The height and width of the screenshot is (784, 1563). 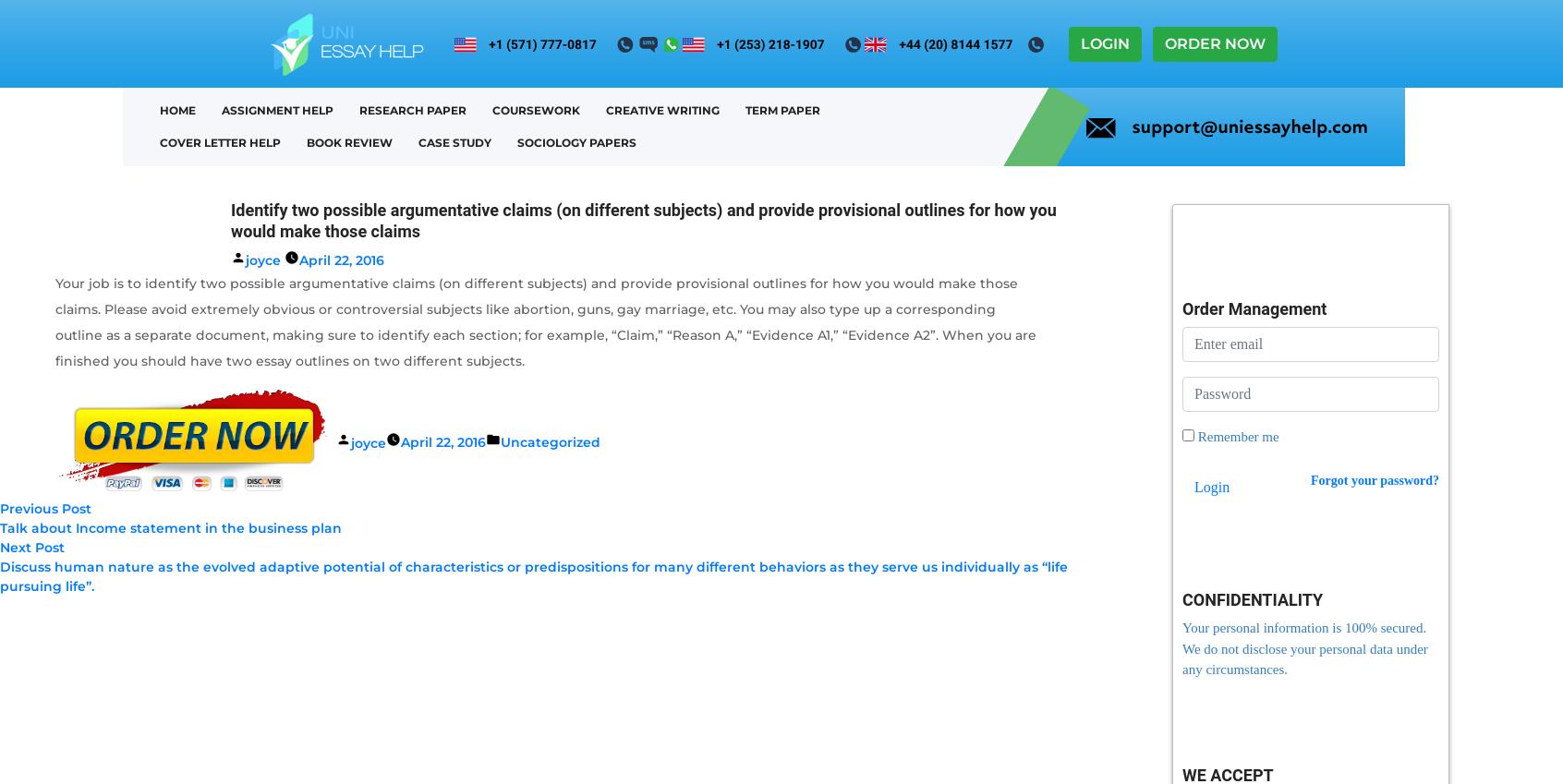 I want to click on 'Book Review', so click(x=349, y=141).